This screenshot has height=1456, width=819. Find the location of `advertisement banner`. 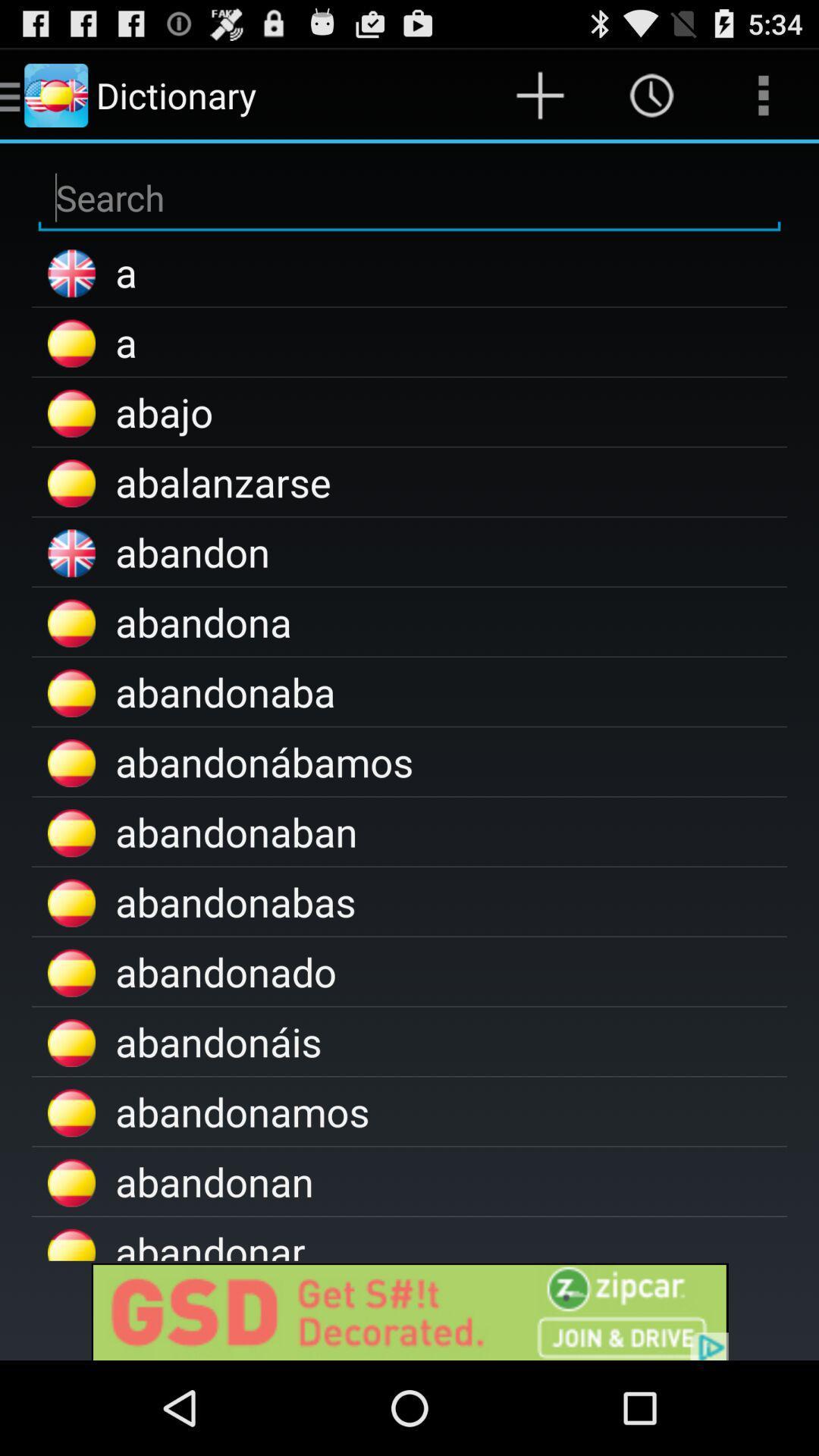

advertisement banner is located at coordinates (409, 1310).